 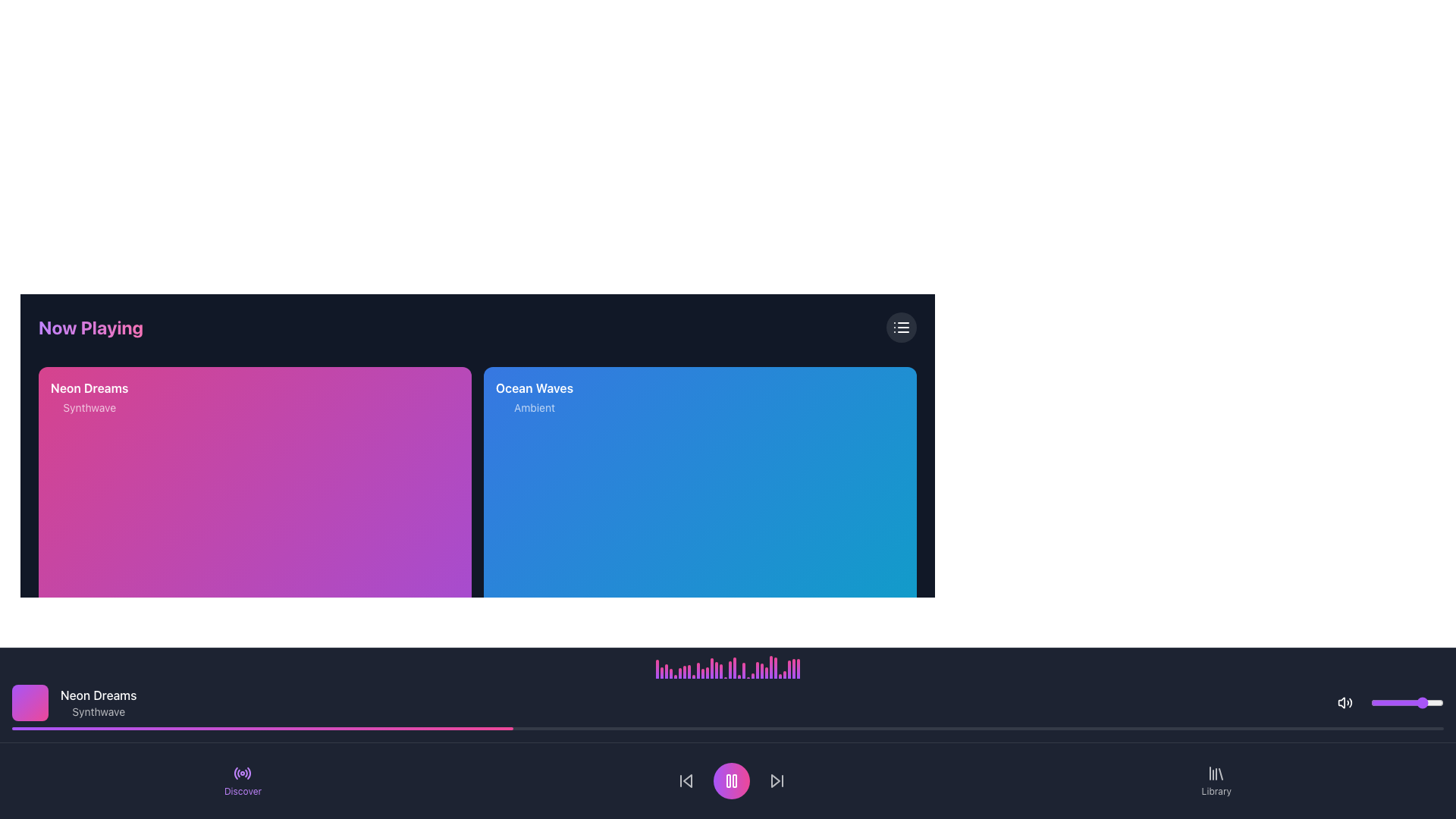 I want to click on the text block containing 'Ocean Waves' and 'Ambient' for accessibility tools by clicking on its center point, so click(x=699, y=397).